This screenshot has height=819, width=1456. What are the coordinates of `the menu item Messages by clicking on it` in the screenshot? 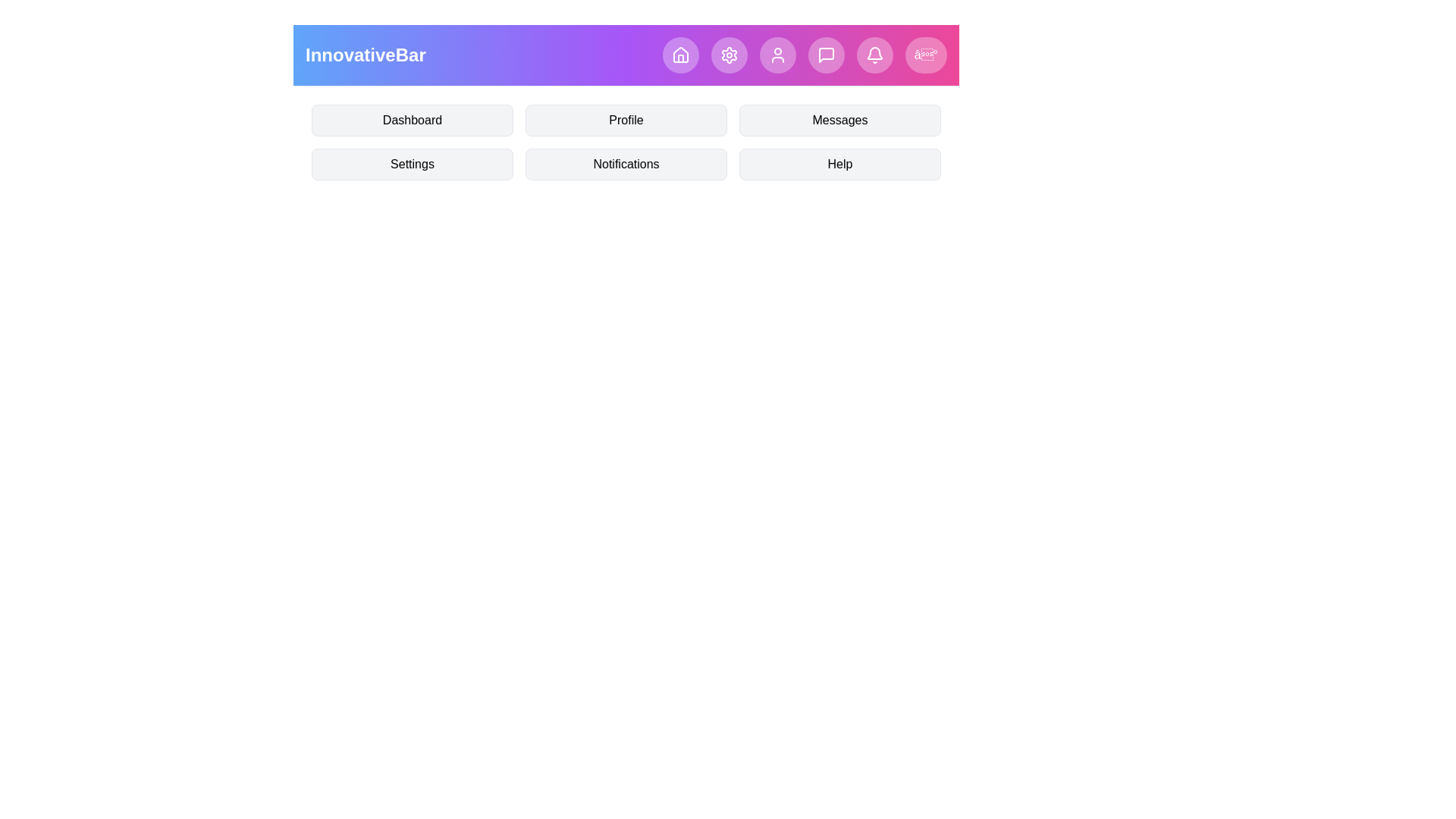 It's located at (839, 119).